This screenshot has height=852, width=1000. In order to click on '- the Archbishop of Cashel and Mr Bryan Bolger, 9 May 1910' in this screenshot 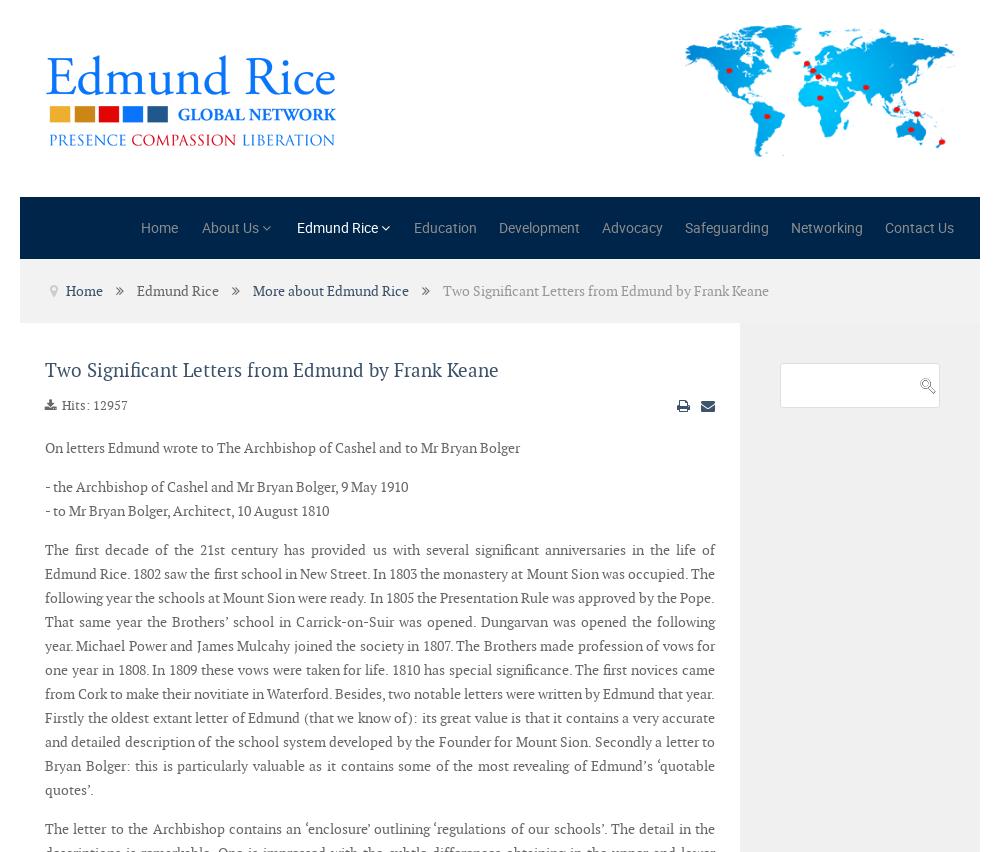, I will do `click(45, 487)`.